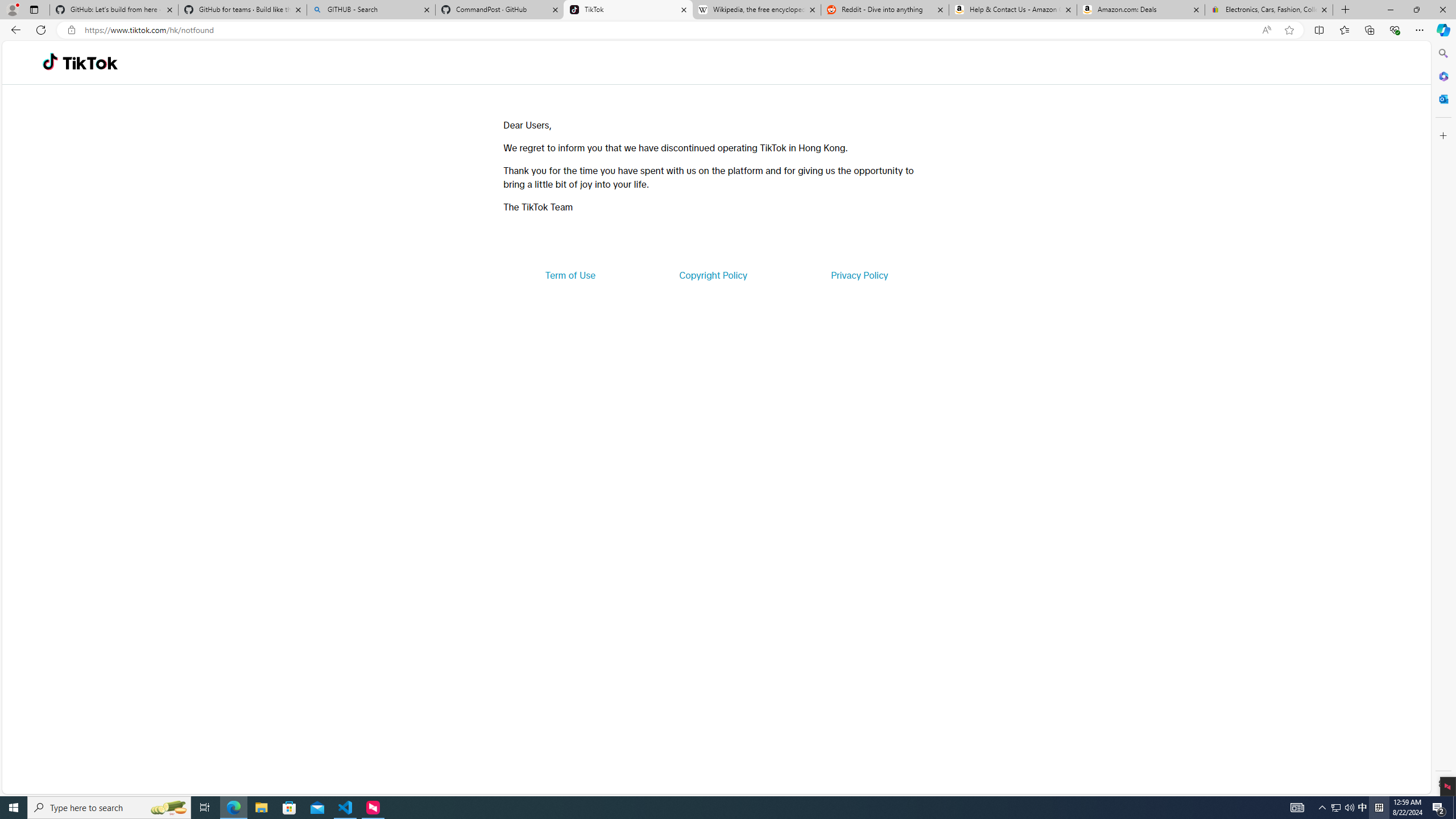 This screenshot has height=819, width=1456. I want to click on 'Privacy Policy', so click(858, 274).